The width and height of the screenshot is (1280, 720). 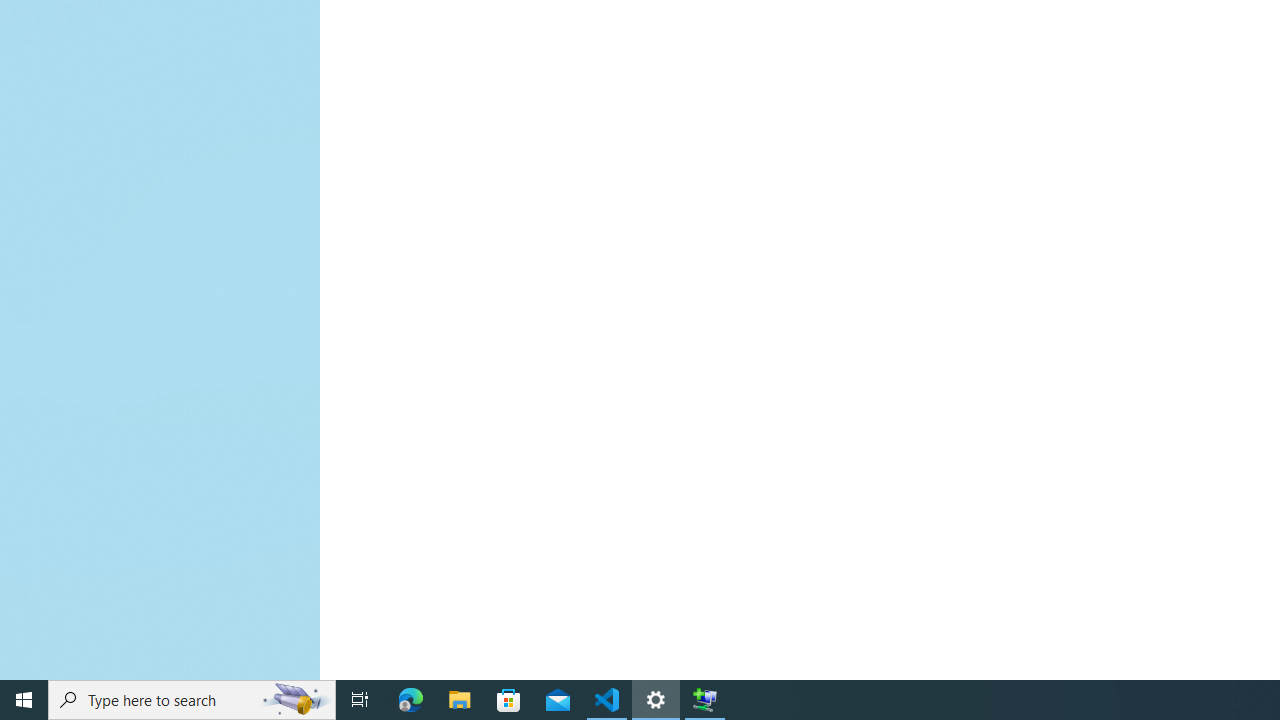 What do you see at coordinates (656, 698) in the screenshot?
I see `'Settings - 1 running window'` at bounding box center [656, 698].